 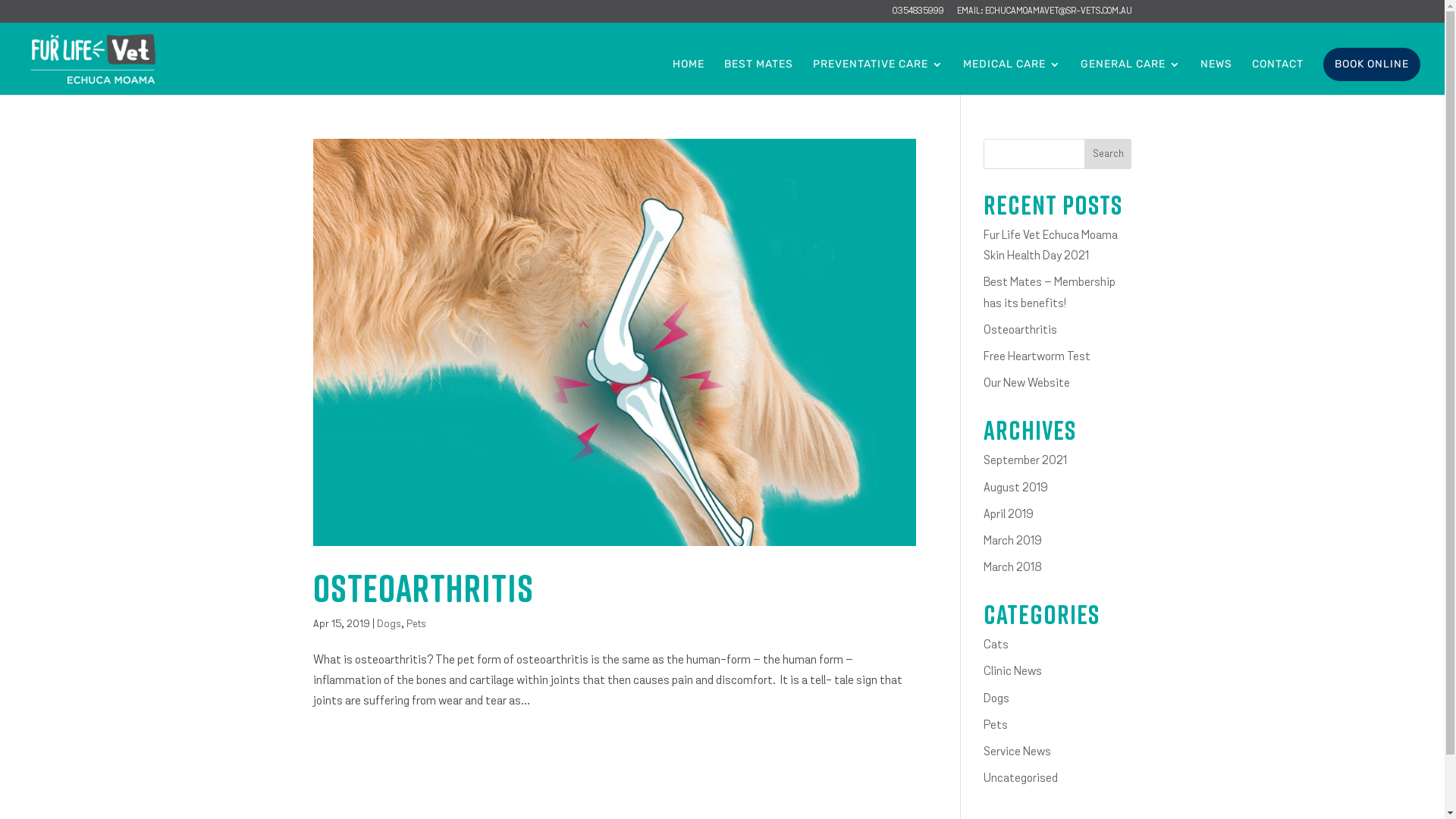 What do you see at coordinates (1043, 14) in the screenshot?
I see `'EMAIL: ECHUCAMOAMAVET@SR-VETS.COM.AU'` at bounding box center [1043, 14].